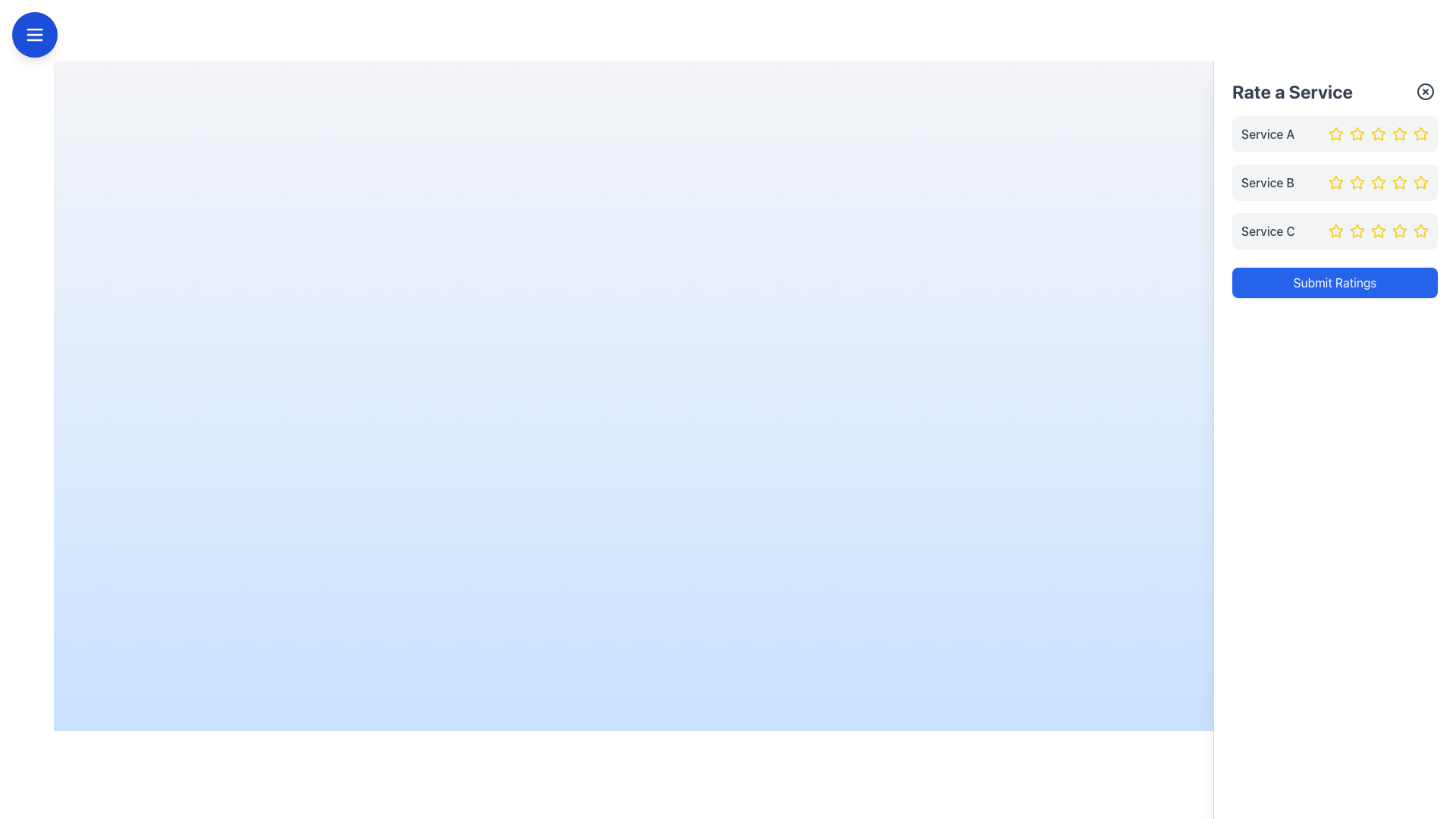 The image size is (1456, 819). Describe the element at coordinates (1425, 91) in the screenshot. I see `the circular graphical component in the top-right corner of the 'Rate a Service' panel to close the panel by clicking on the enclosing SVG group` at that location.